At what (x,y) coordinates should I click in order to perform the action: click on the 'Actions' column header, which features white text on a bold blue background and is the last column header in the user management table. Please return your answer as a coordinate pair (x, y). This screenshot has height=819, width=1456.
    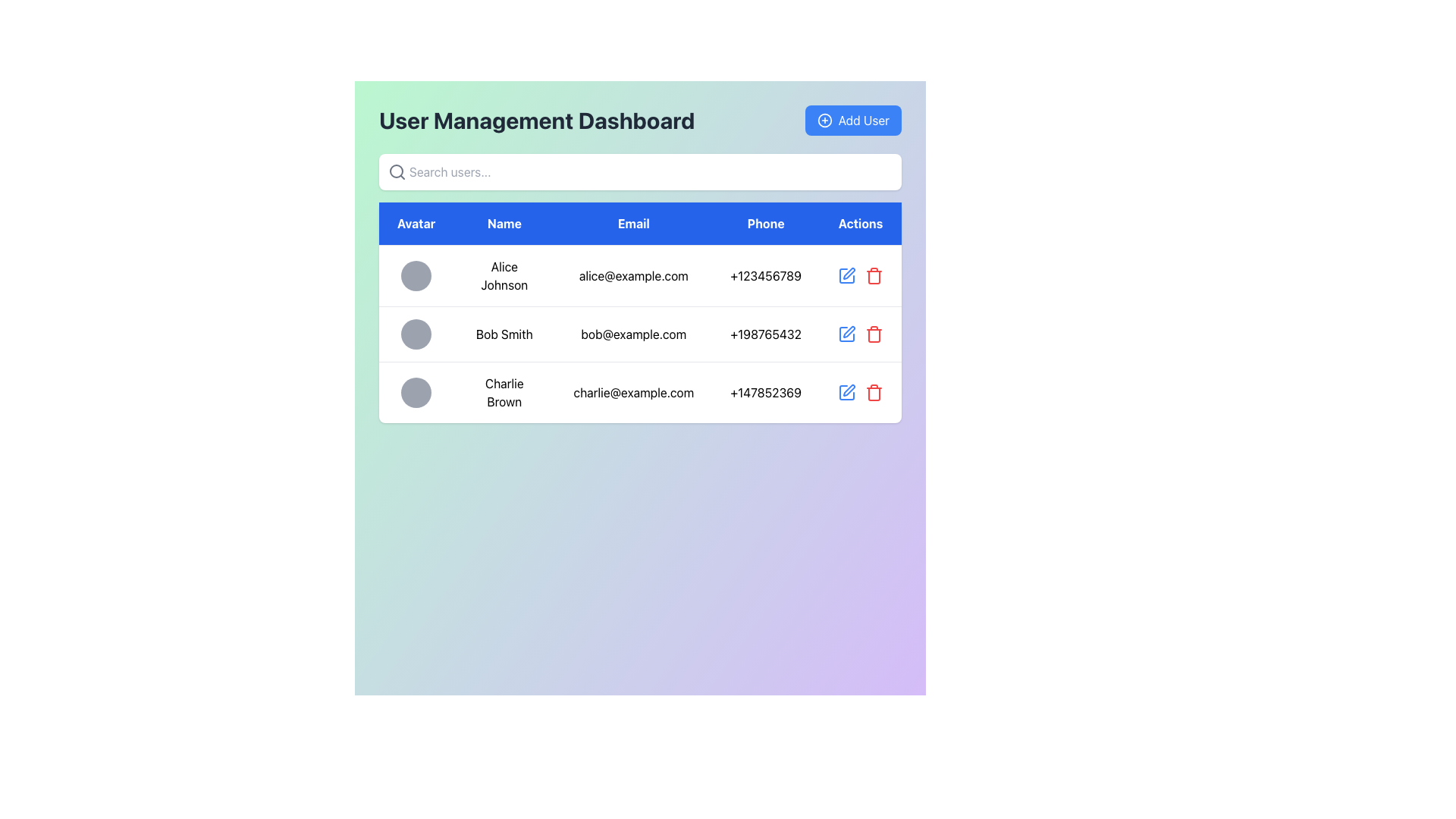
    Looking at the image, I should click on (860, 223).